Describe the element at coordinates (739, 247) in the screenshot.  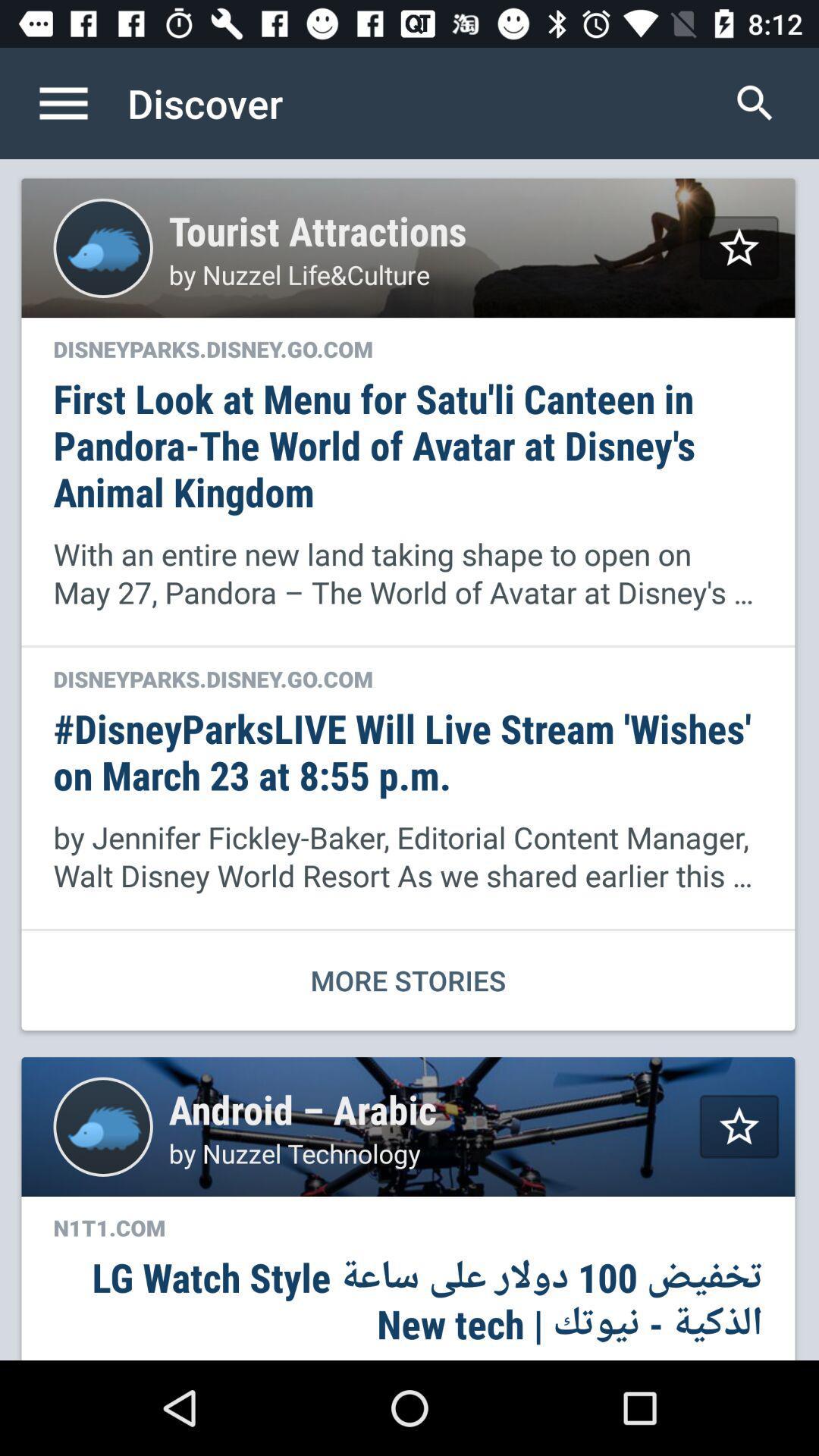
I see `mark as favorite` at that location.